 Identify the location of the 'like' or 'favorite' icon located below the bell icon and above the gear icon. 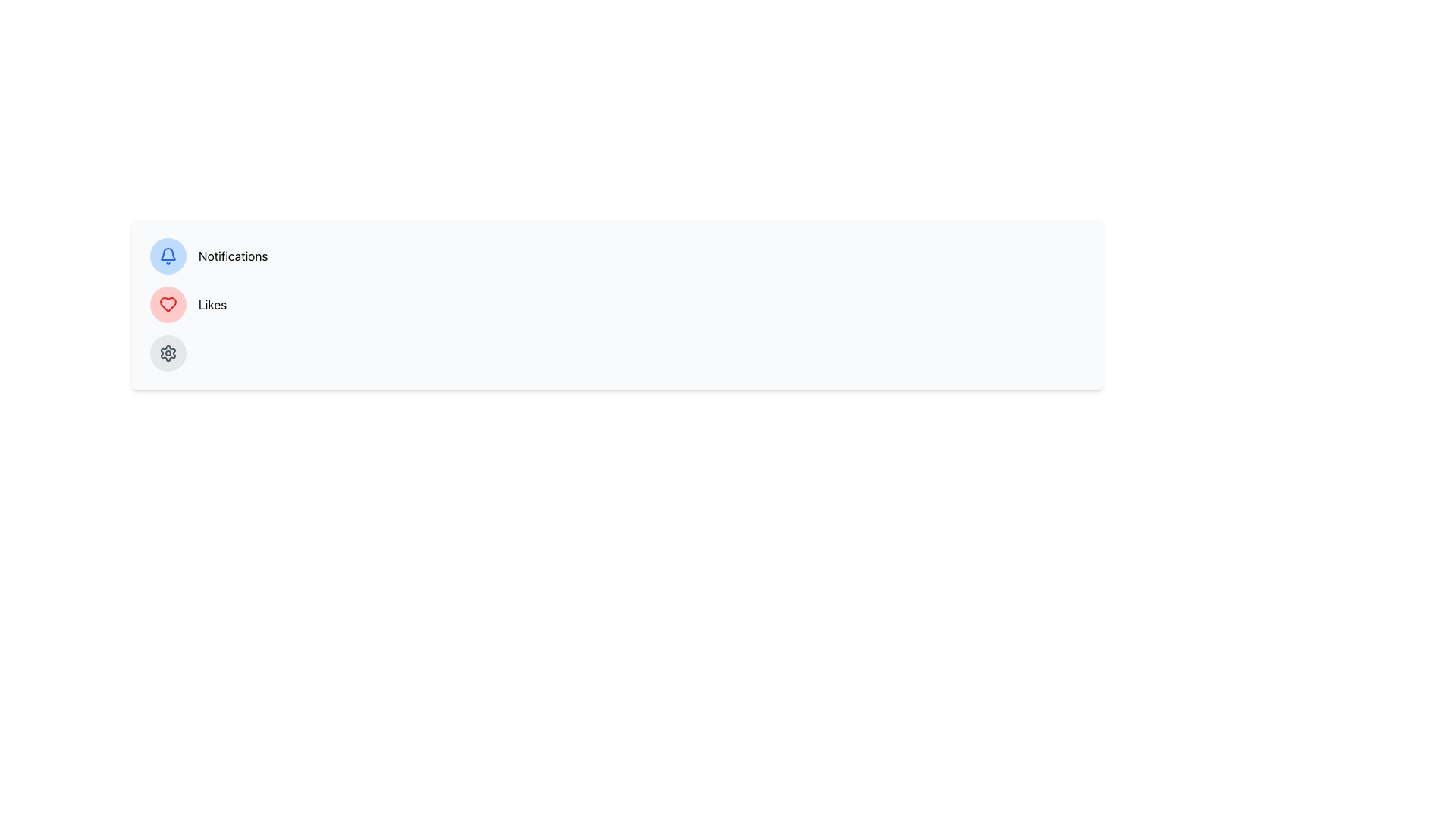
(168, 304).